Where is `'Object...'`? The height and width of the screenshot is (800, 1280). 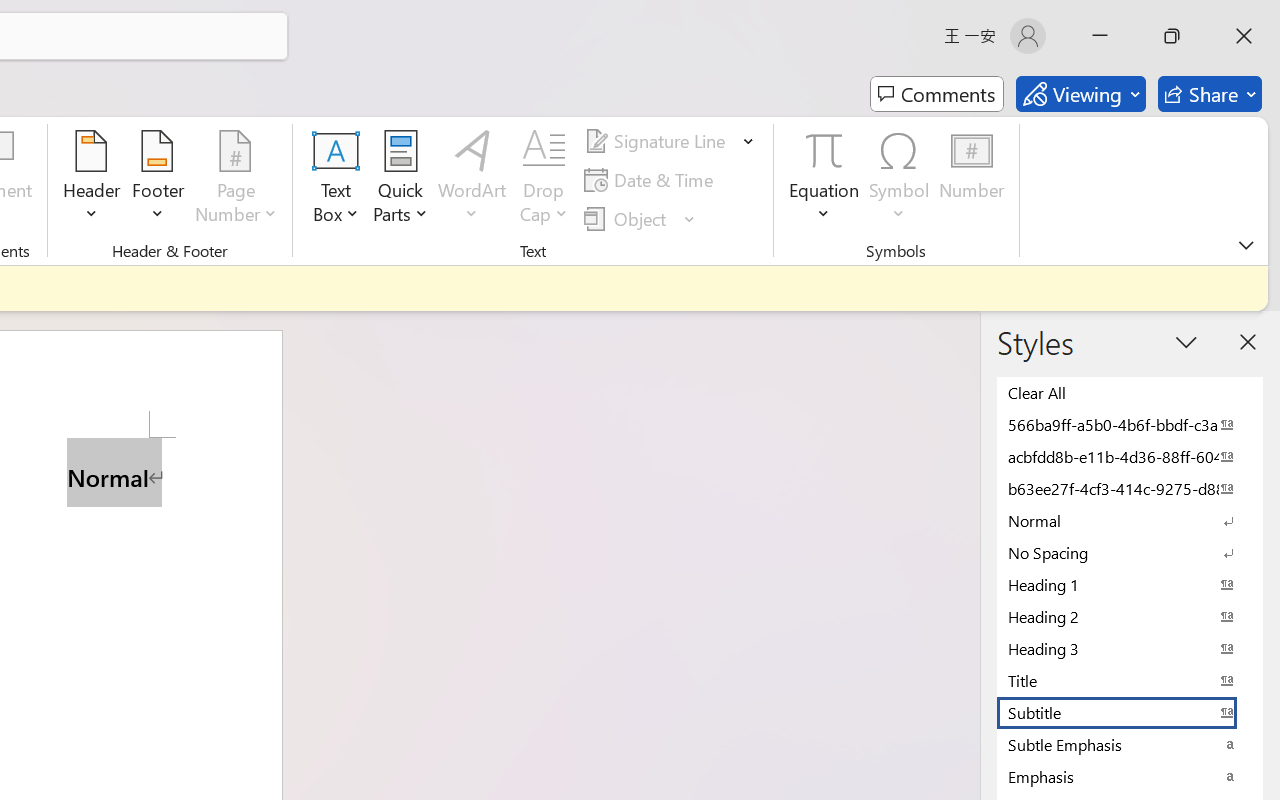 'Object...' is located at coordinates (627, 218).